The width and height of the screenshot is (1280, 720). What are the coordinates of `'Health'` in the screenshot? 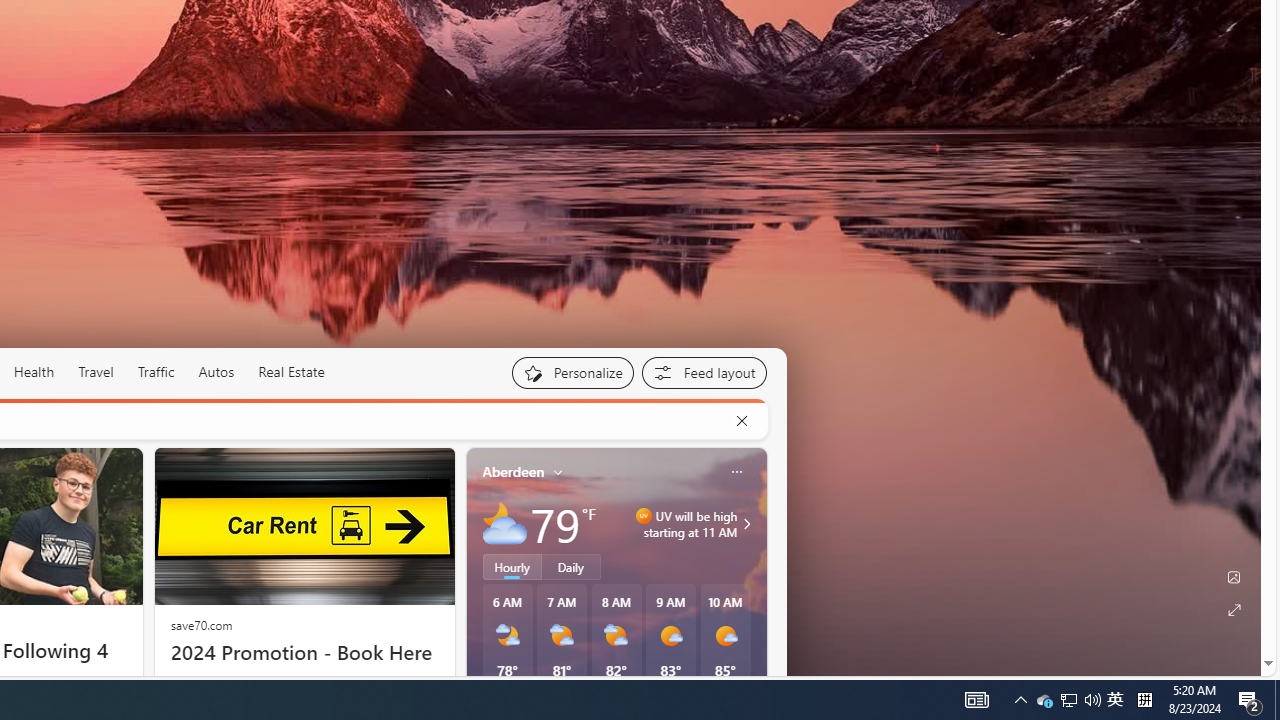 It's located at (34, 371).